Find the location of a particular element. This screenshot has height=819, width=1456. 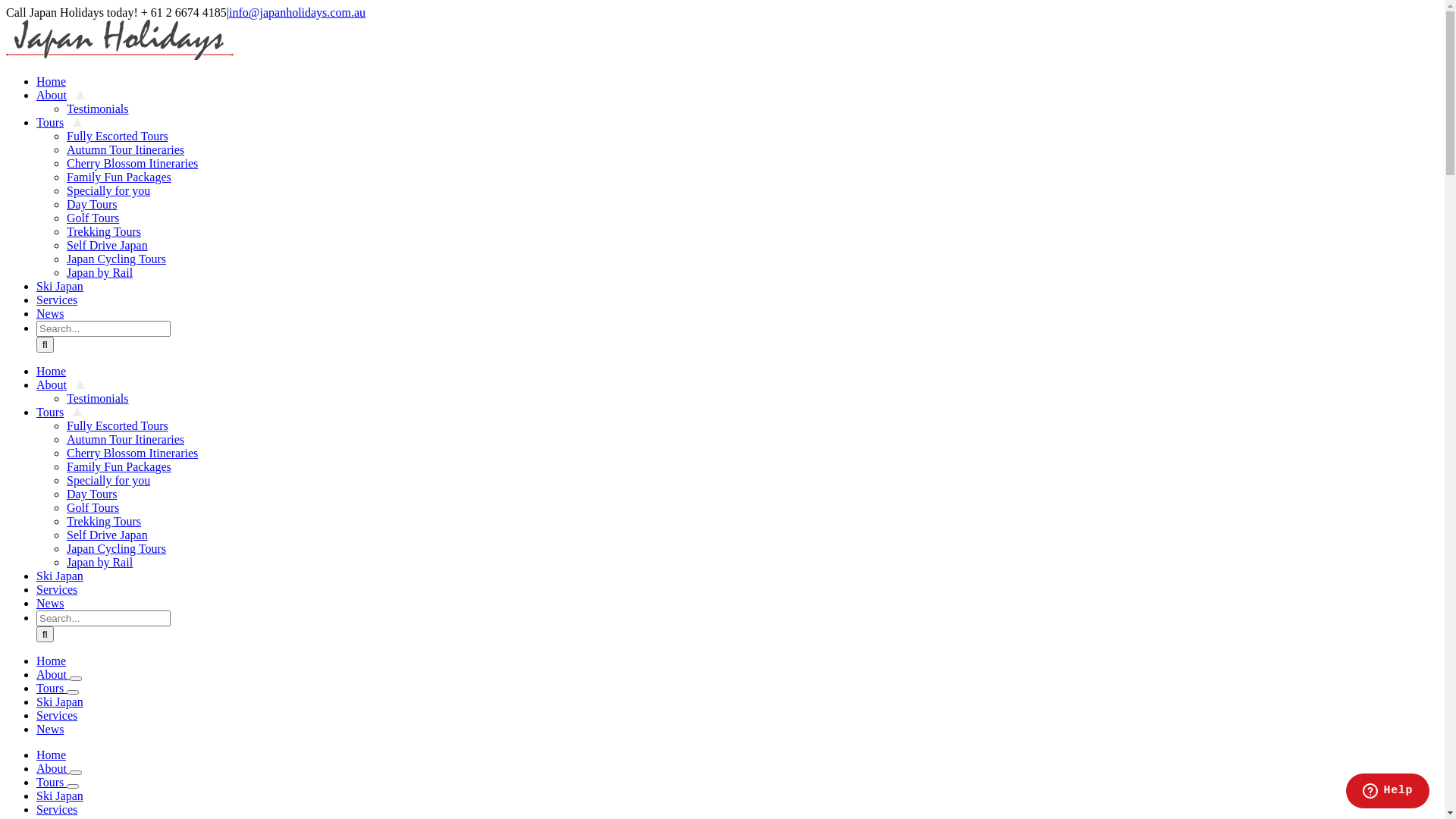

'Services' is located at coordinates (36, 715).